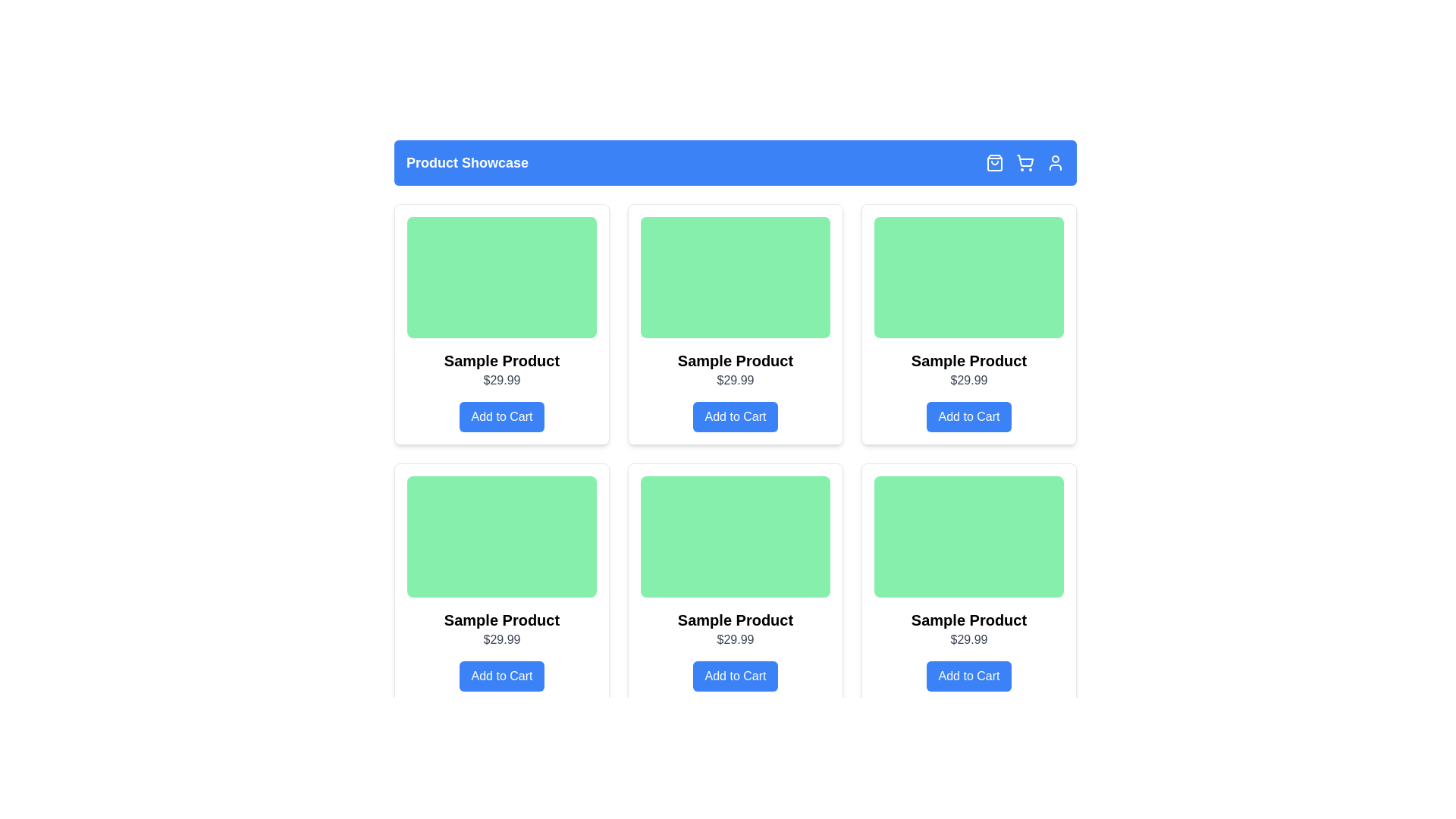 The width and height of the screenshot is (1456, 819). What do you see at coordinates (502, 324) in the screenshot?
I see `product details of the top-left card in the product showcase grid, which includes an image placeholder, the text 'Sample Product', and a price label '$29.99', along with the 'Add to Cart' button` at bounding box center [502, 324].